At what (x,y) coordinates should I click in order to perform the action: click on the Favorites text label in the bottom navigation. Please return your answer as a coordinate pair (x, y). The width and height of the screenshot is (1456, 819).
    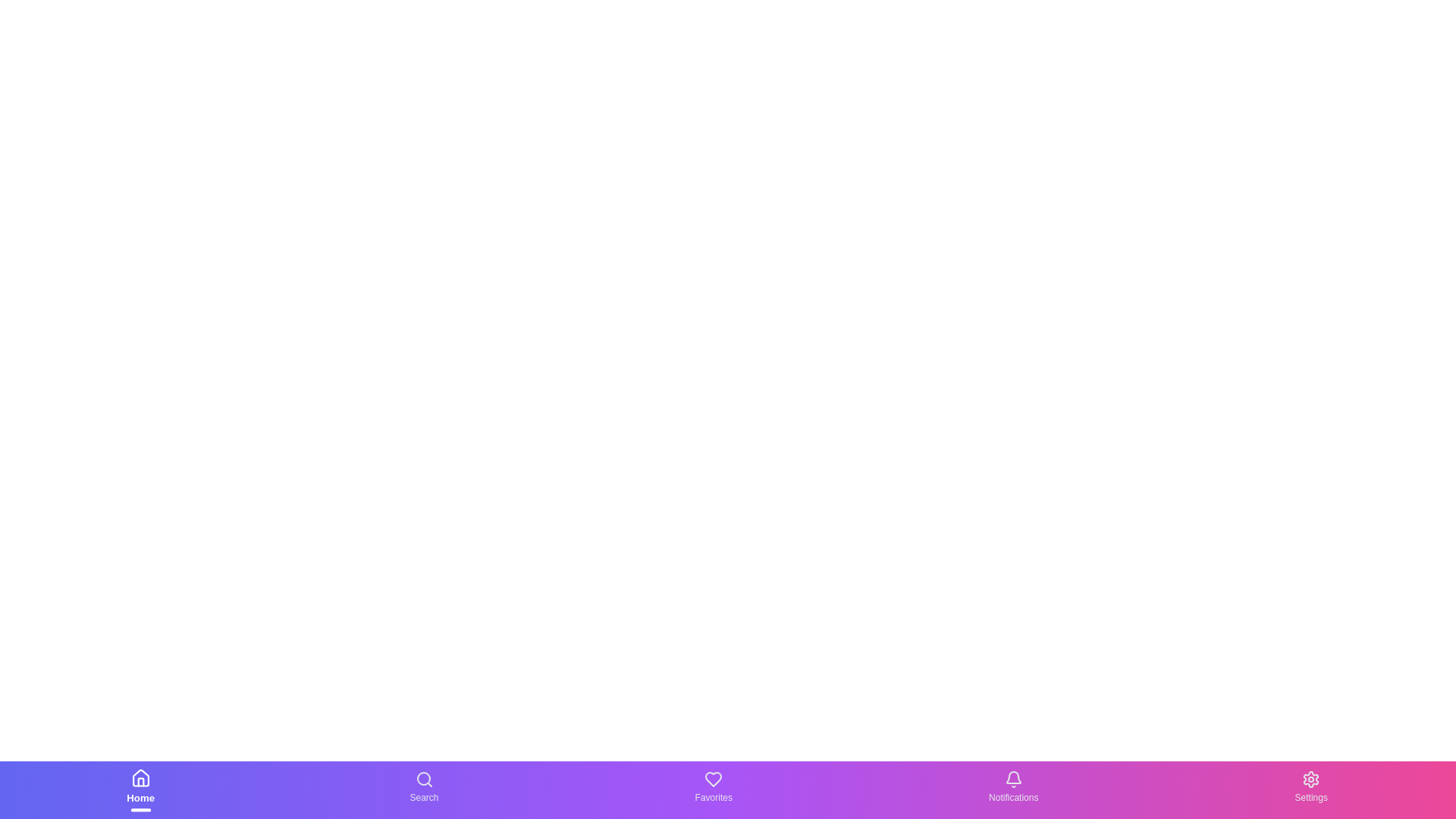
    Looking at the image, I should click on (713, 789).